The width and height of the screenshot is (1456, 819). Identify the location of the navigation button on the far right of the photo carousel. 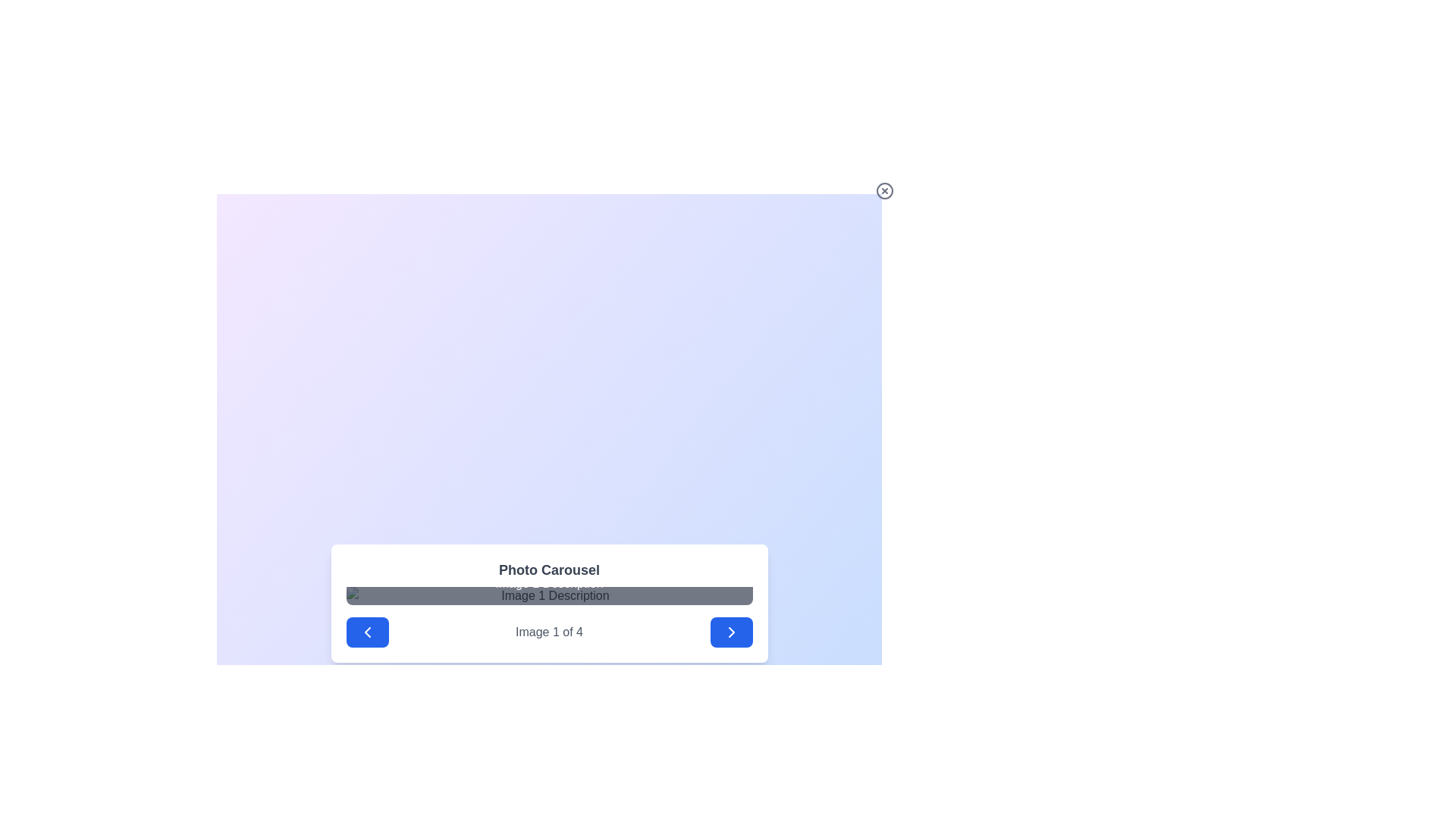
(731, 632).